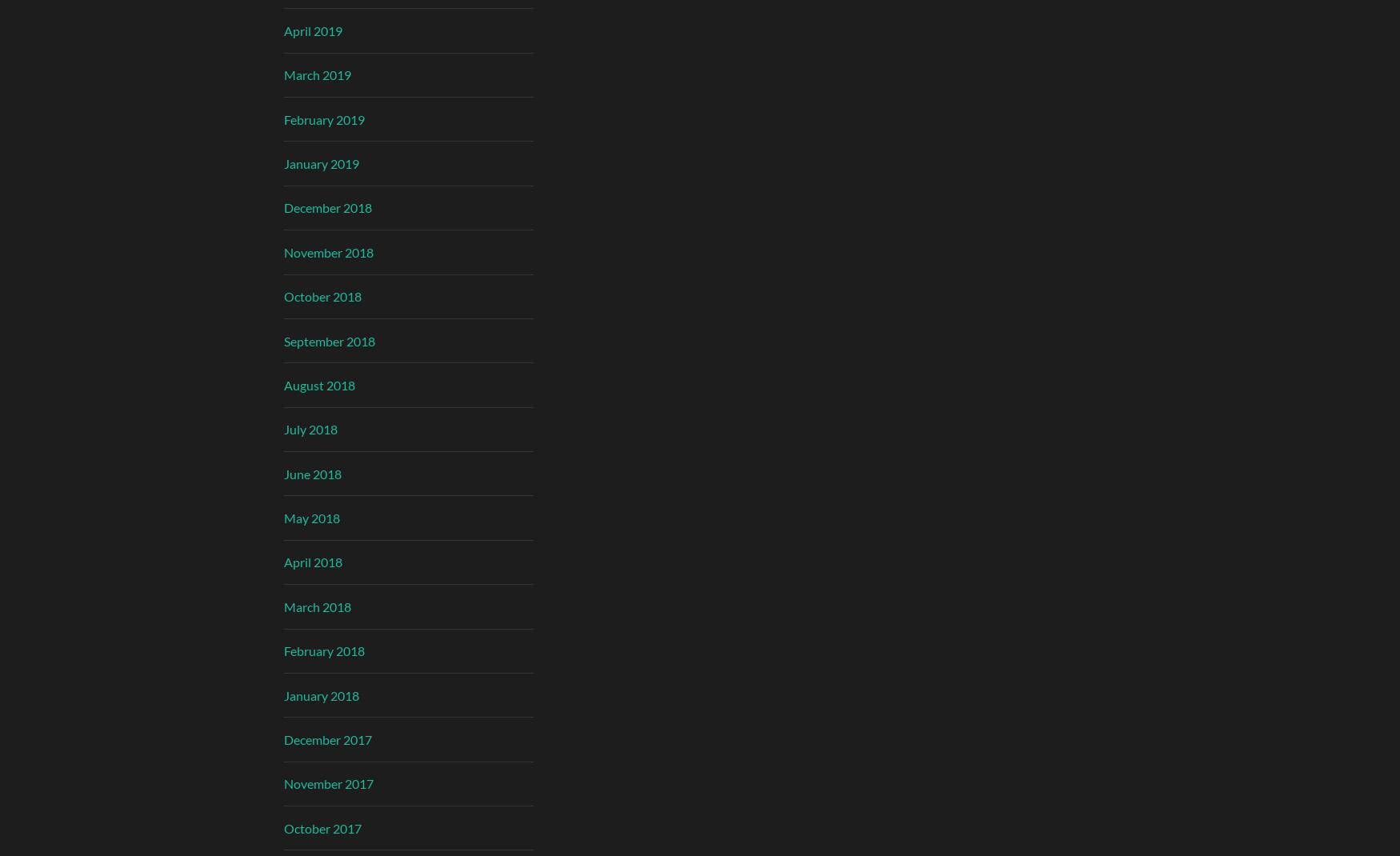 The width and height of the screenshot is (1400, 856). I want to click on 'June 2018', so click(311, 472).